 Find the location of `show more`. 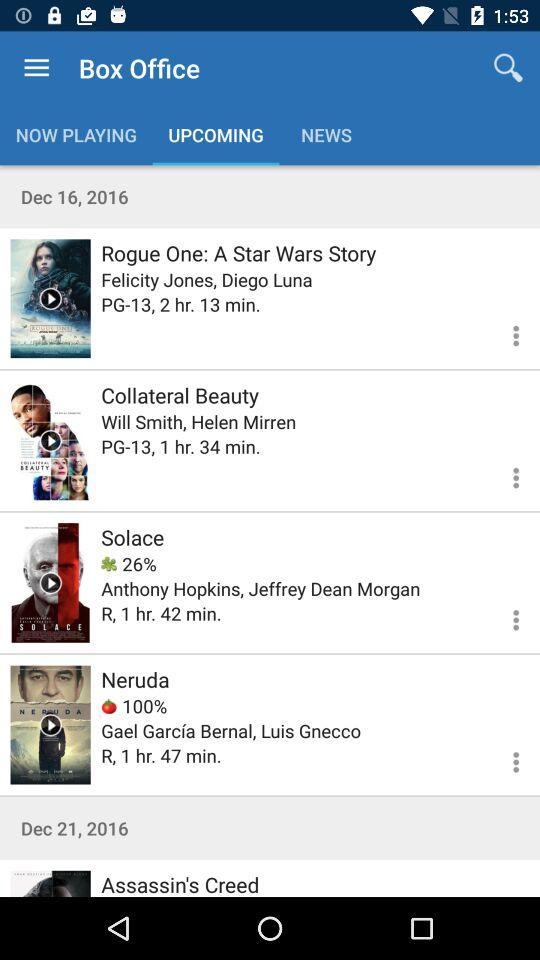

show more is located at coordinates (503, 475).